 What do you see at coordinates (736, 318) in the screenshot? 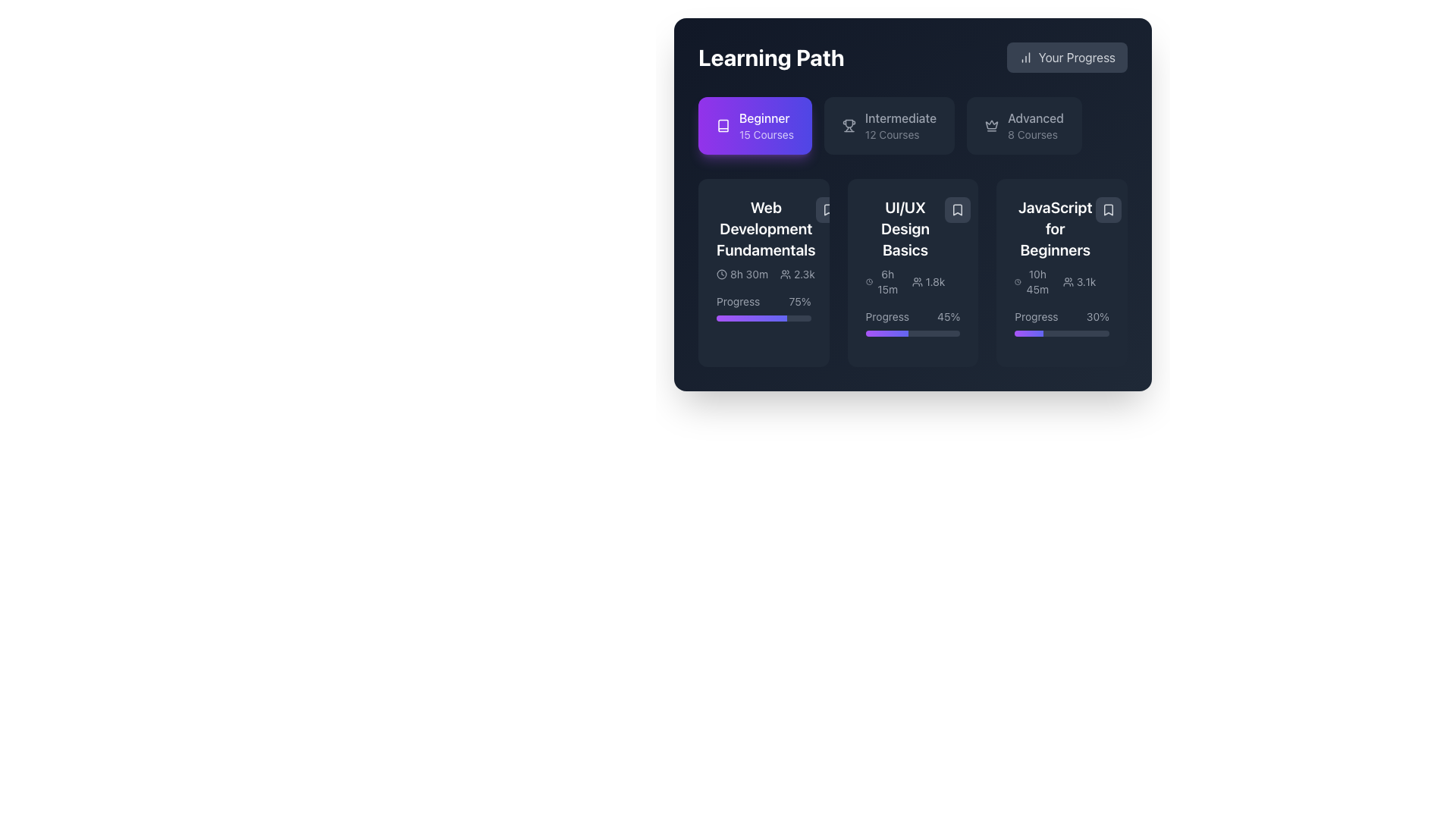
I see `the progress` at bounding box center [736, 318].